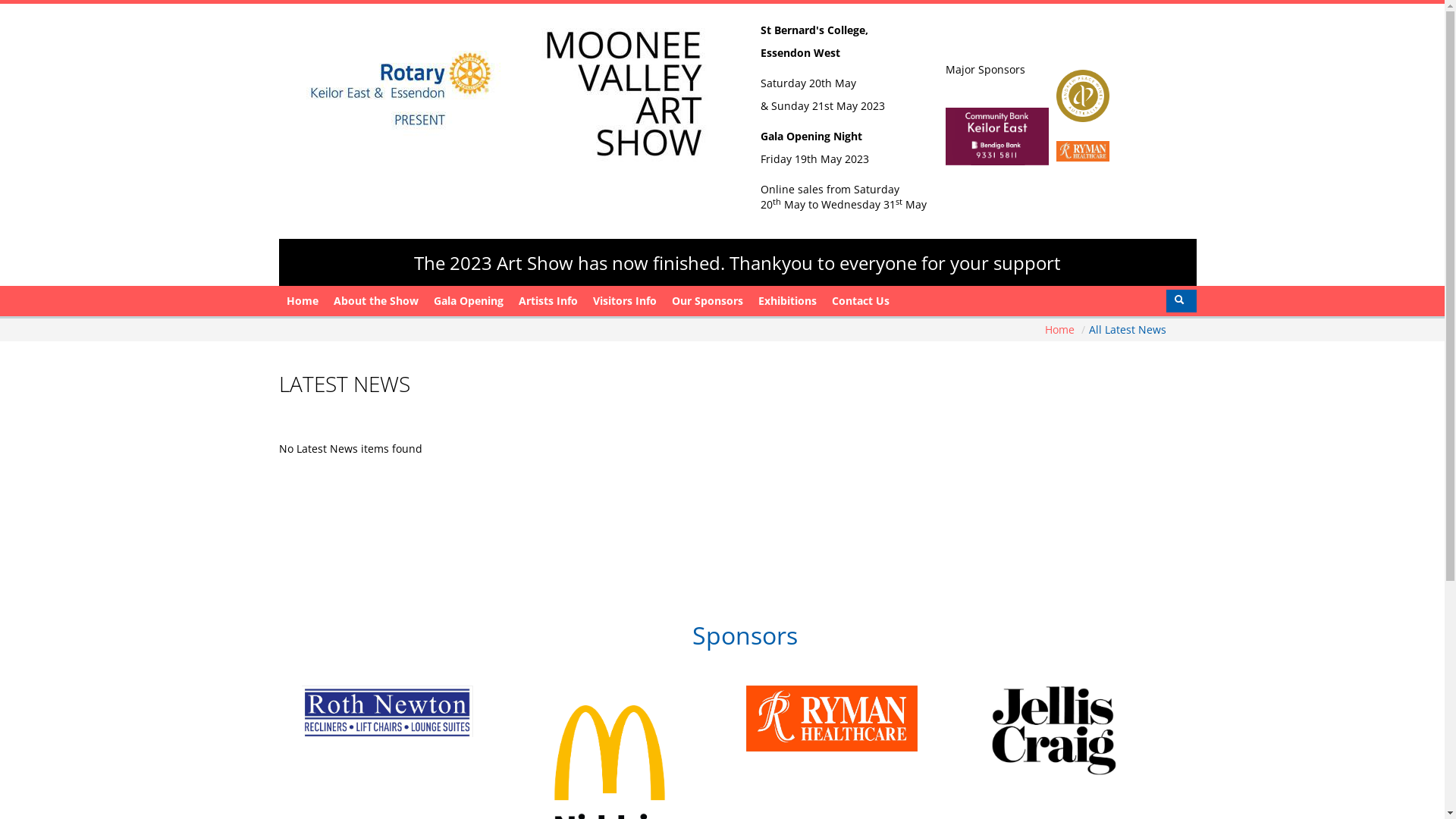 This screenshot has height=819, width=1456. What do you see at coordinates (468, 301) in the screenshot?
I see `'Gala Opening'` at bounding box center [468, 301].